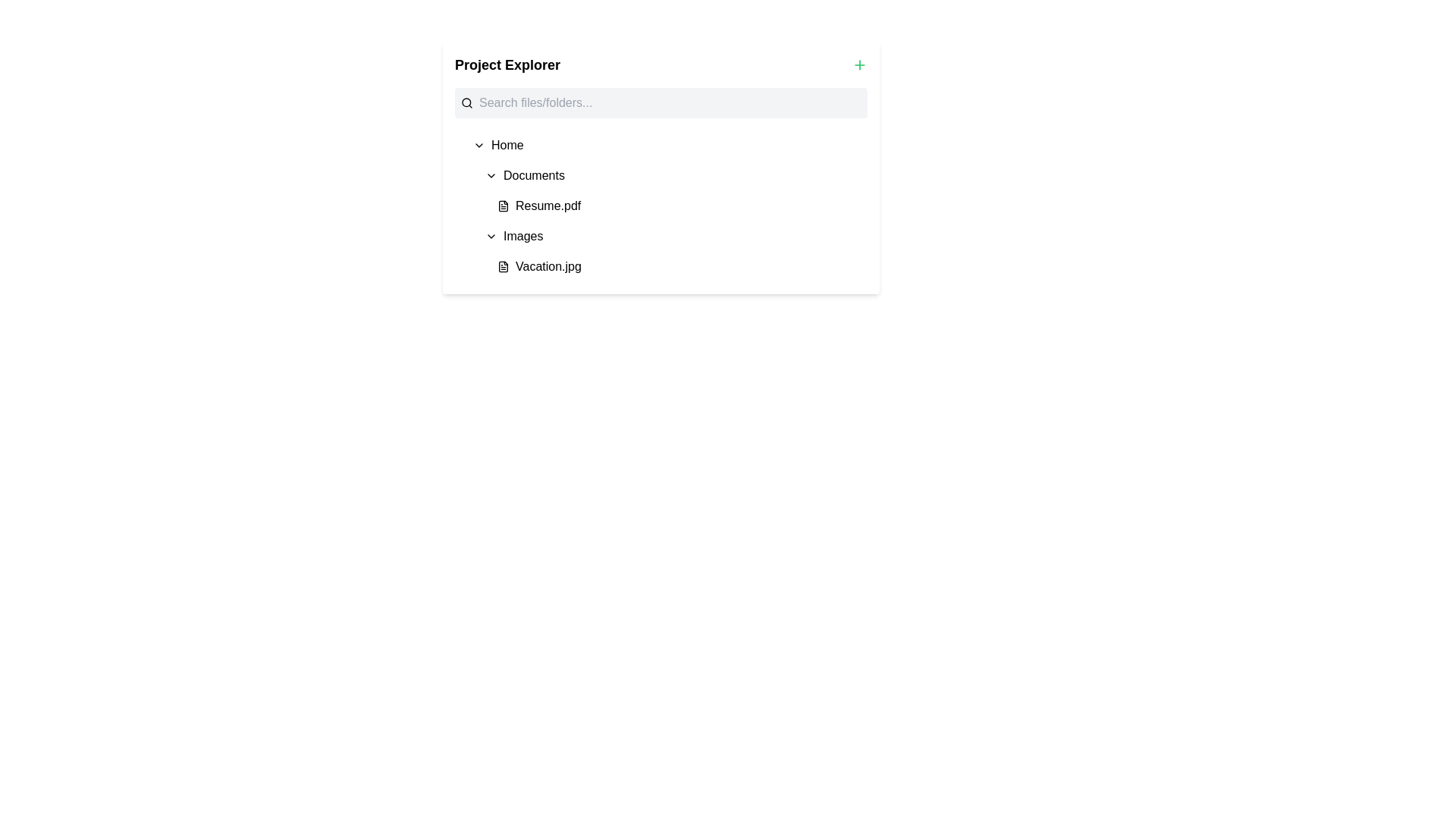 The width and height of the screenshot is (1456, 819). Describe the element at coordinates (523, 237) in the screenshot. I see `the text label 'Images' in the 'Project Explorer' section` at that location.